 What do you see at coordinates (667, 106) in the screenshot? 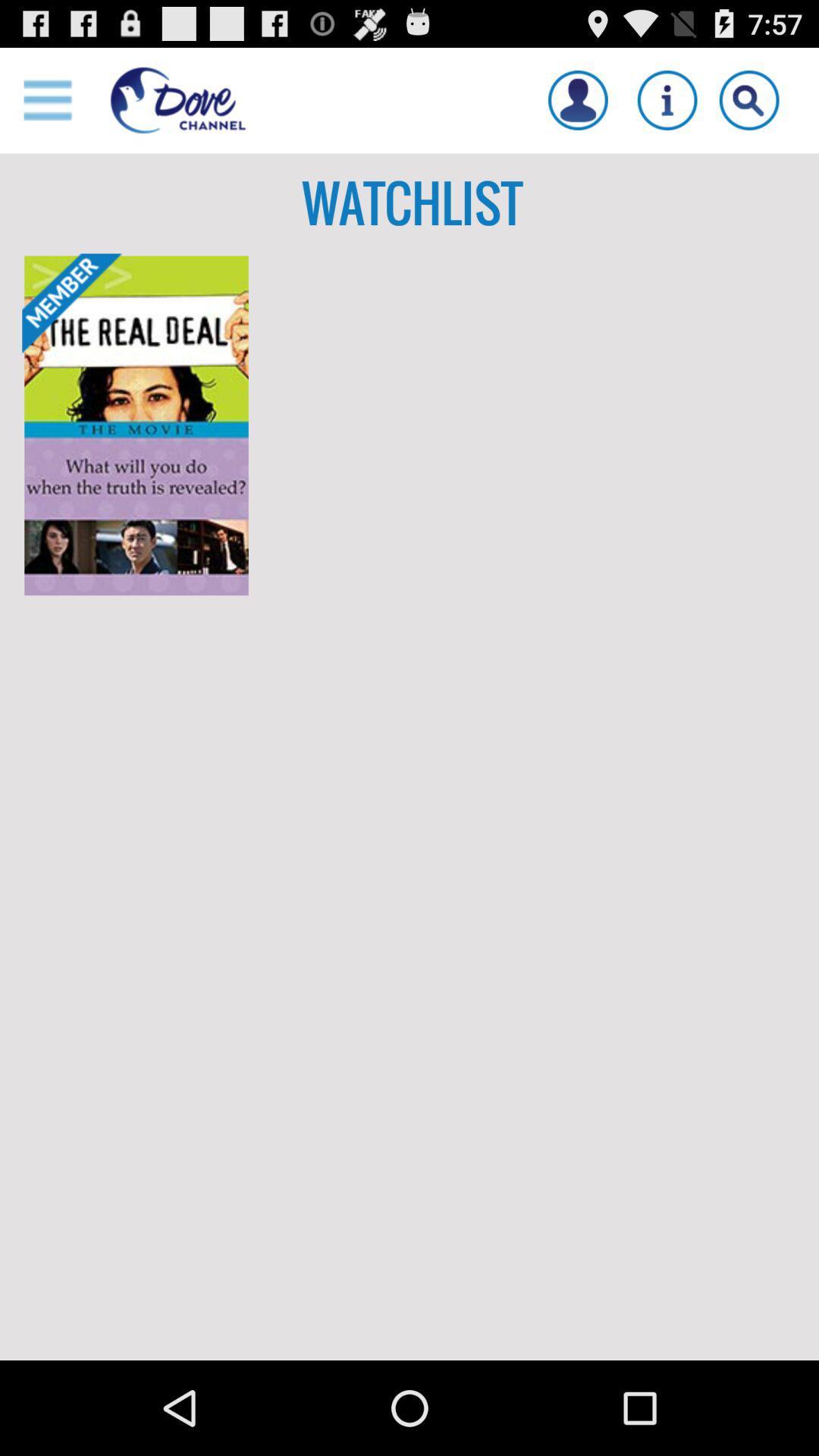
I see `the info icon` at bounding box center [667, 106].